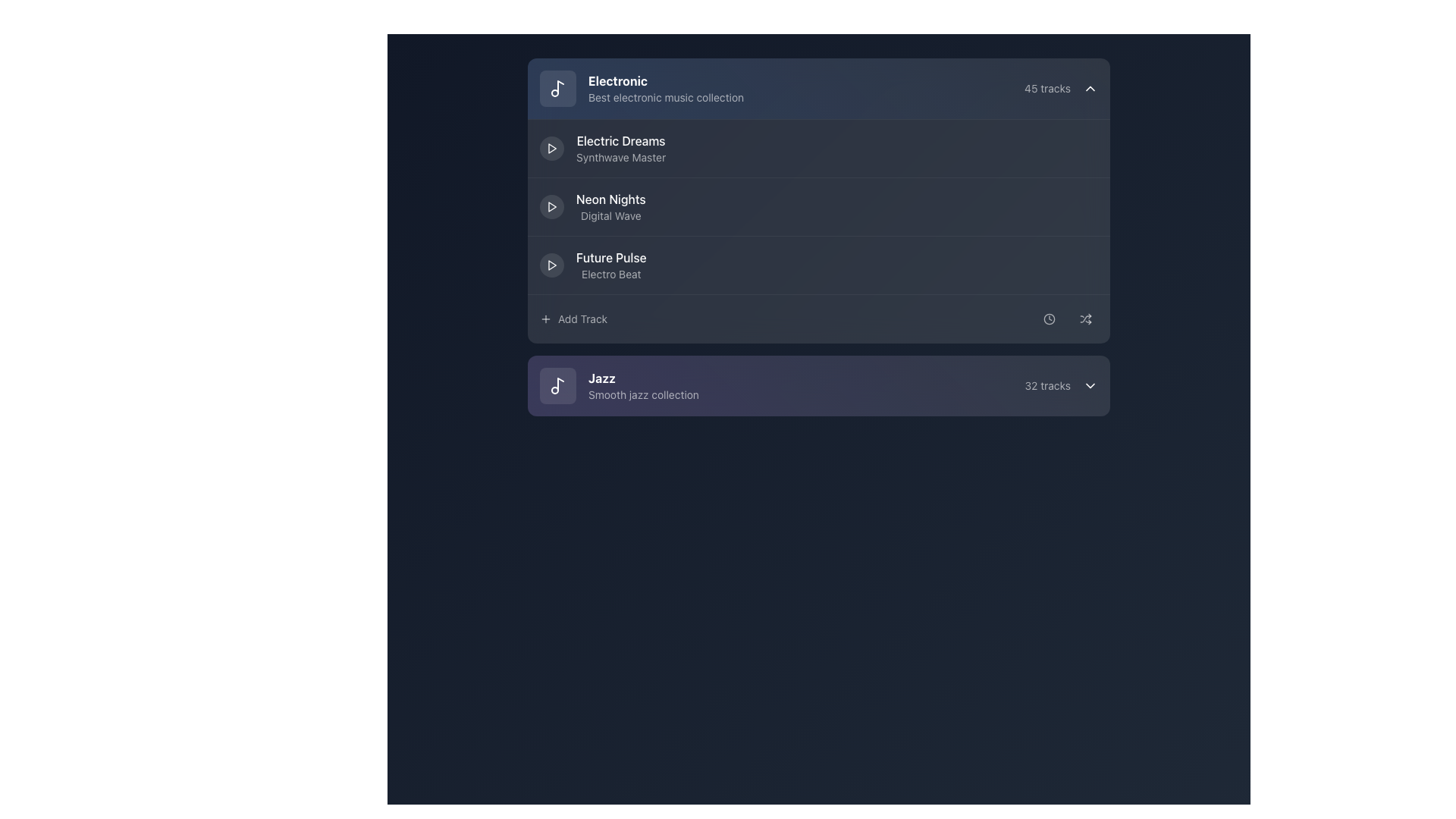 The image size is (1456, 819). I want to click on the music track list item titled 'Future Pulse' with the subtitle 'Electro Beat', which is the third item in the list, so click(592, 265).